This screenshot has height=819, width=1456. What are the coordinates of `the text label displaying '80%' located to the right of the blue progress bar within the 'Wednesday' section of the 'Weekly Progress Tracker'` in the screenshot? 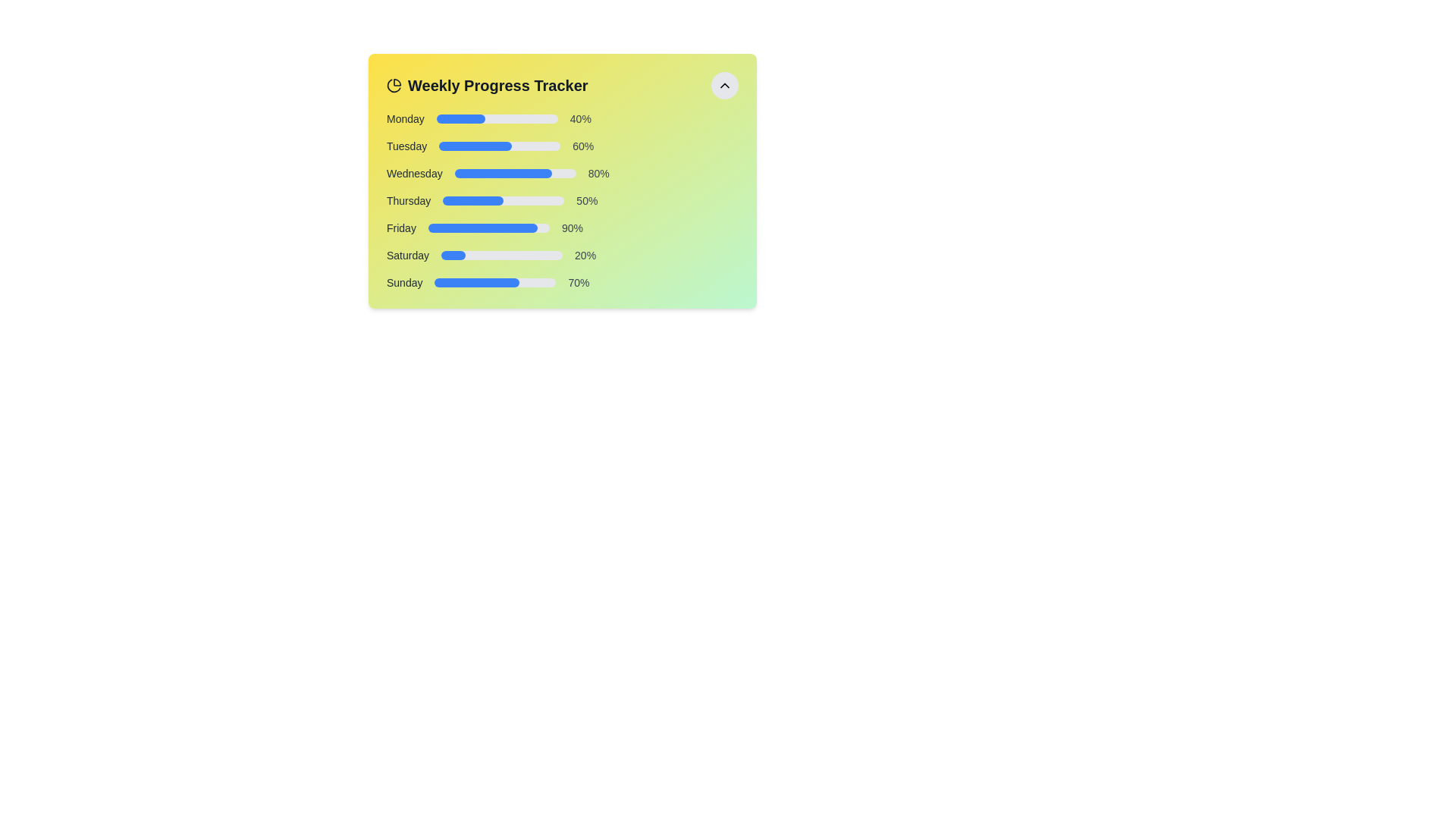 It's located at (598, 172).